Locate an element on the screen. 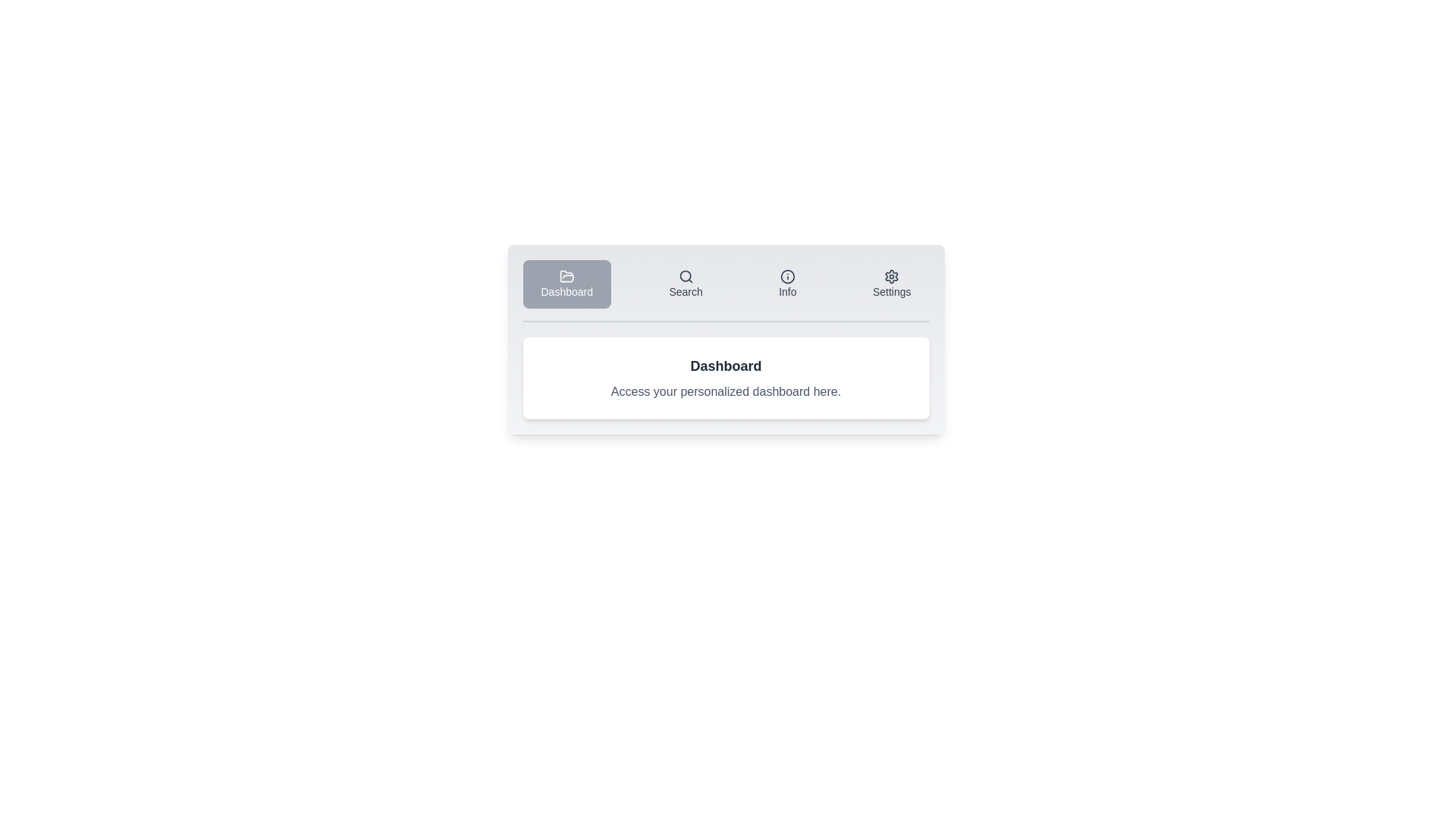  the tab labeled Info to observe its hover effect is located at coordinates (787, 284).